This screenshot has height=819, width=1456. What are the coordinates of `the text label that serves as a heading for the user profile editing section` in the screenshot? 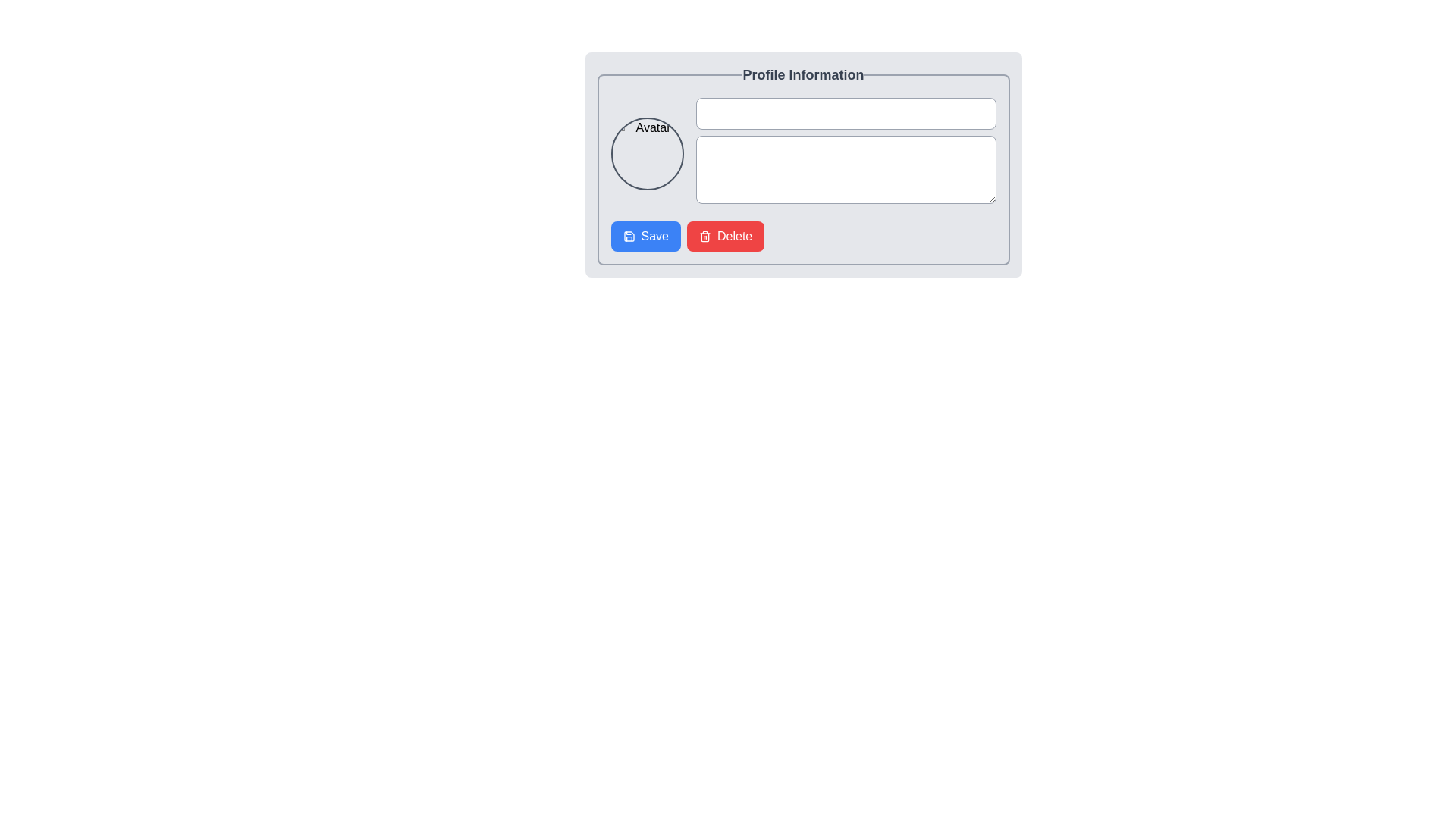 It's located at (802, 75).